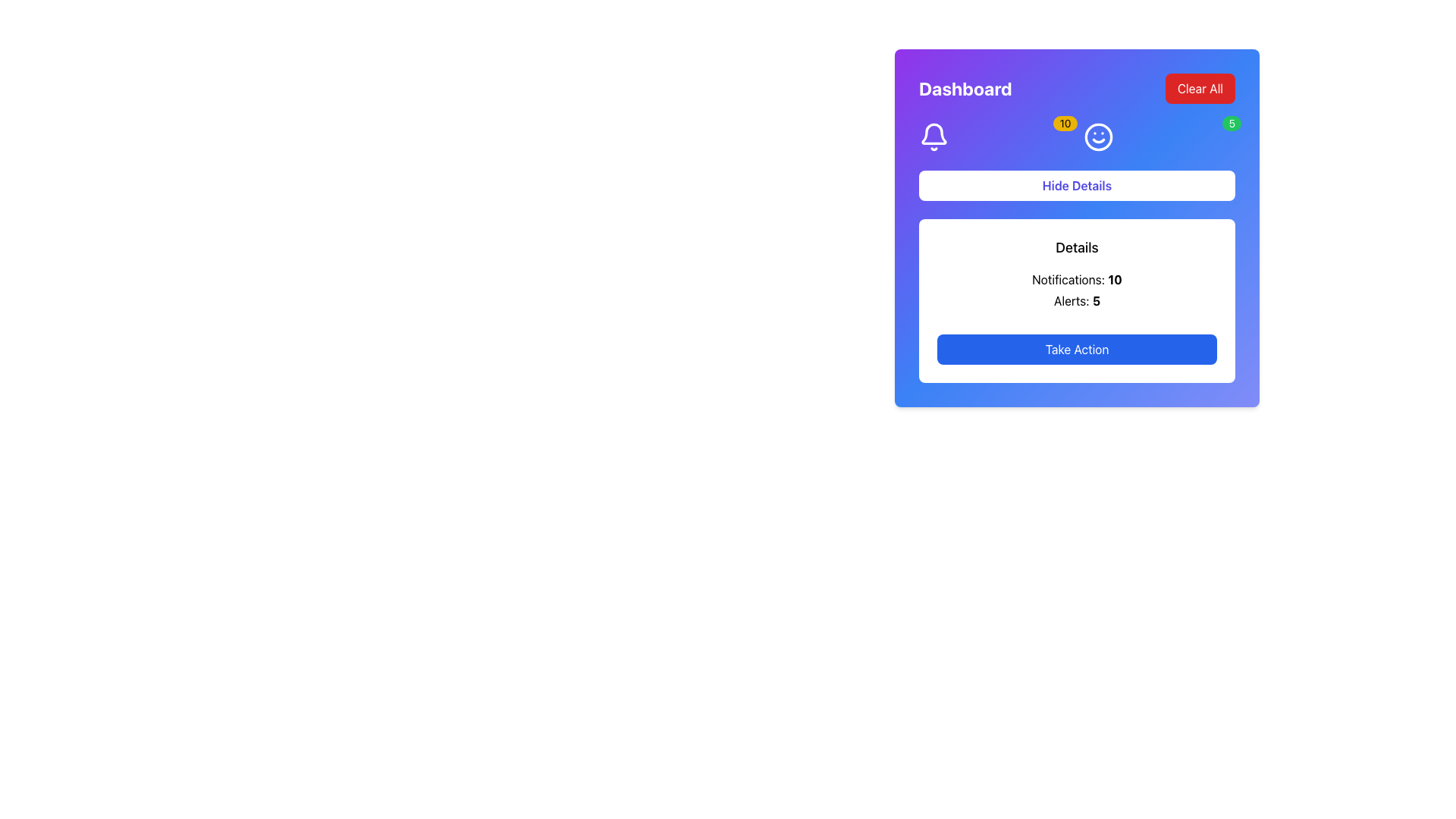 The height and width of the screenshot is (819, 1456). What do you see at coordinates (1098, 137) in the screenshot?
I see `the smiley face icon component located in the top-right corner of the dashboard, adjacent to the 'Clear All' button` at bounding box center [1098, 137].